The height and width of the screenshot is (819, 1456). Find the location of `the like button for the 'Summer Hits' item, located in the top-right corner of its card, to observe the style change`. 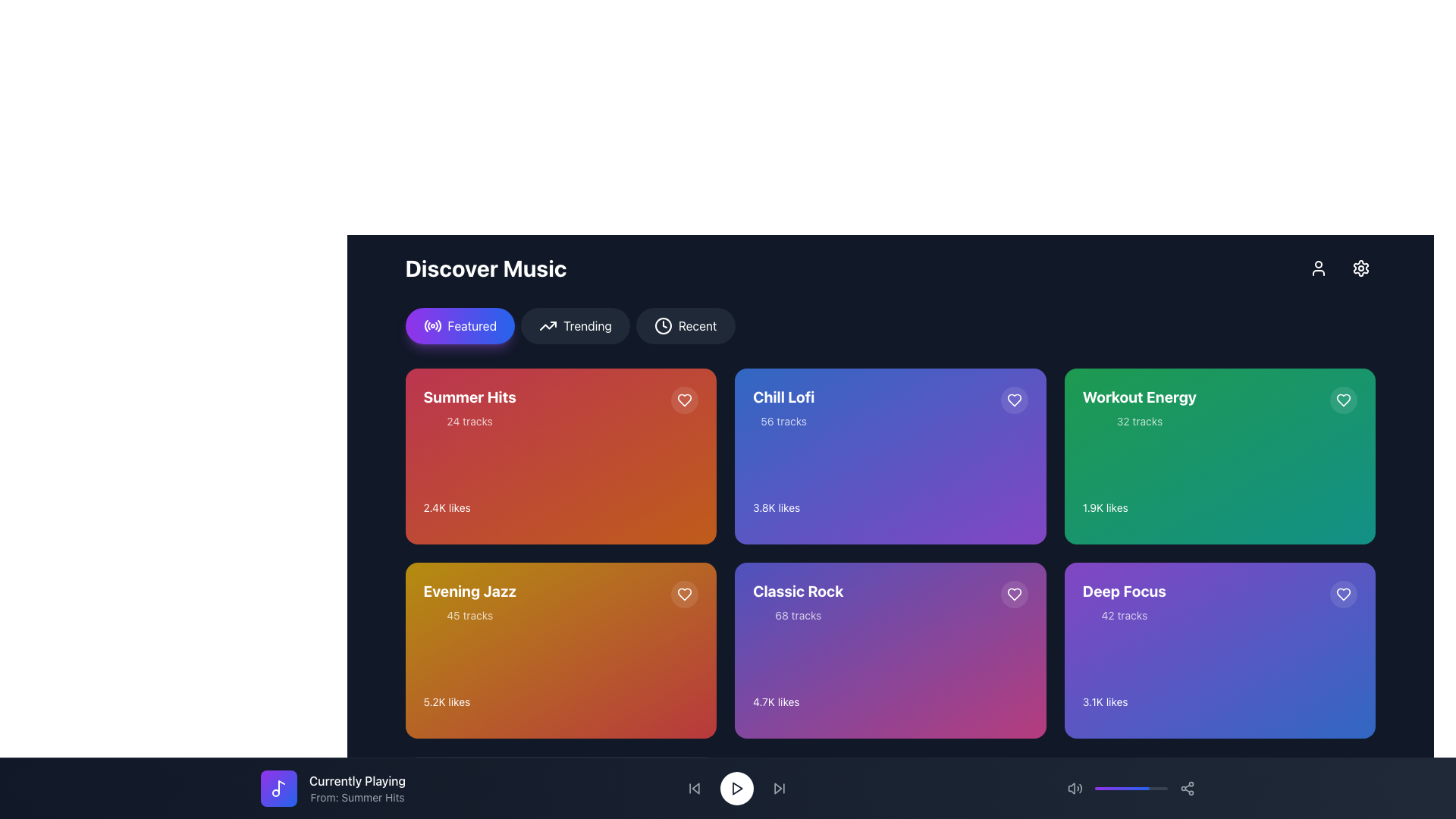

the like button for the 'Summer Hits' item, located in the top-right corner of its card, to observe the style change is located at coordinates (684, 400).